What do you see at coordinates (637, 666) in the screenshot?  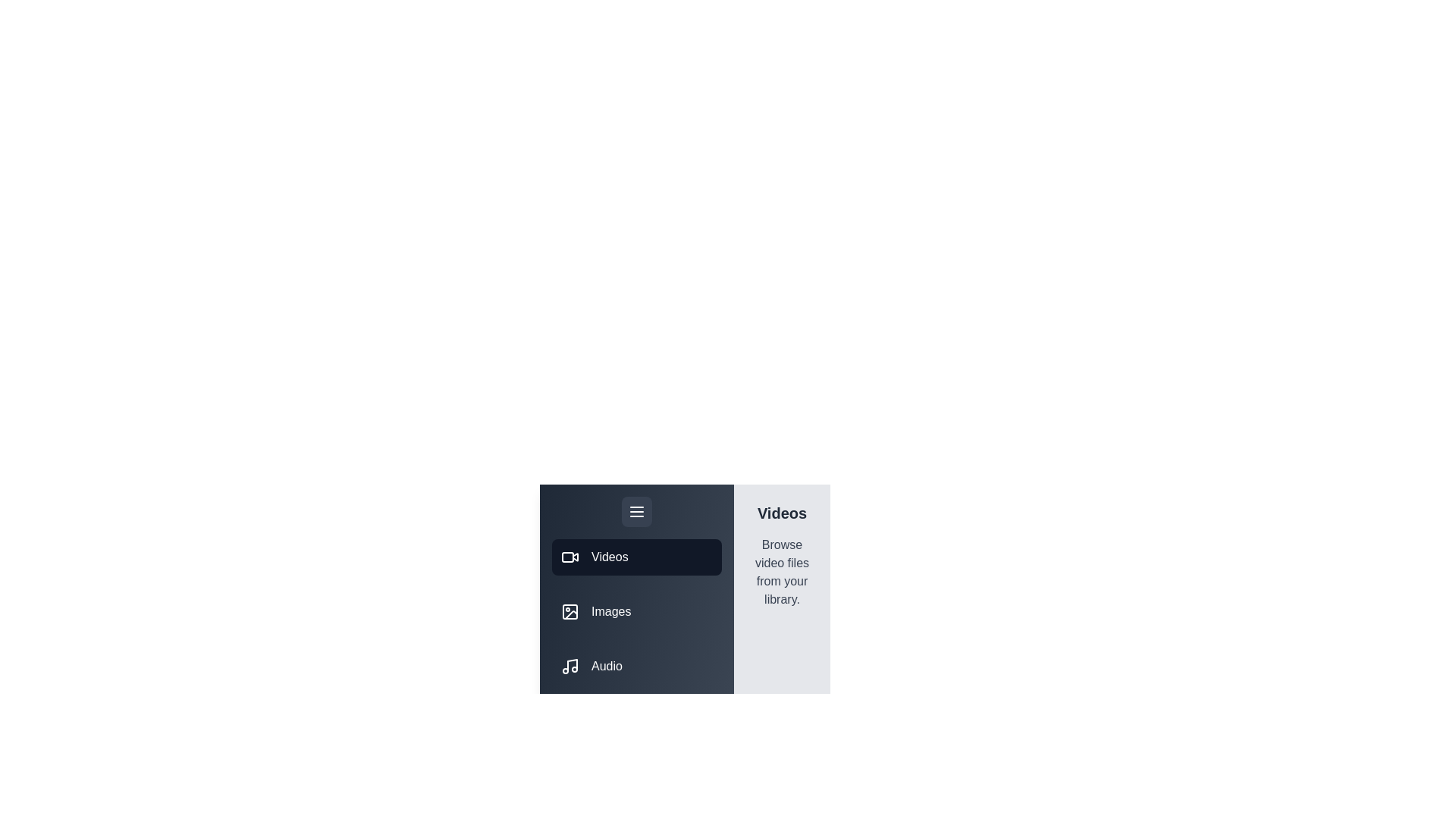 I see `the media type Audio from the drawer` at bounding box center [637, 666].